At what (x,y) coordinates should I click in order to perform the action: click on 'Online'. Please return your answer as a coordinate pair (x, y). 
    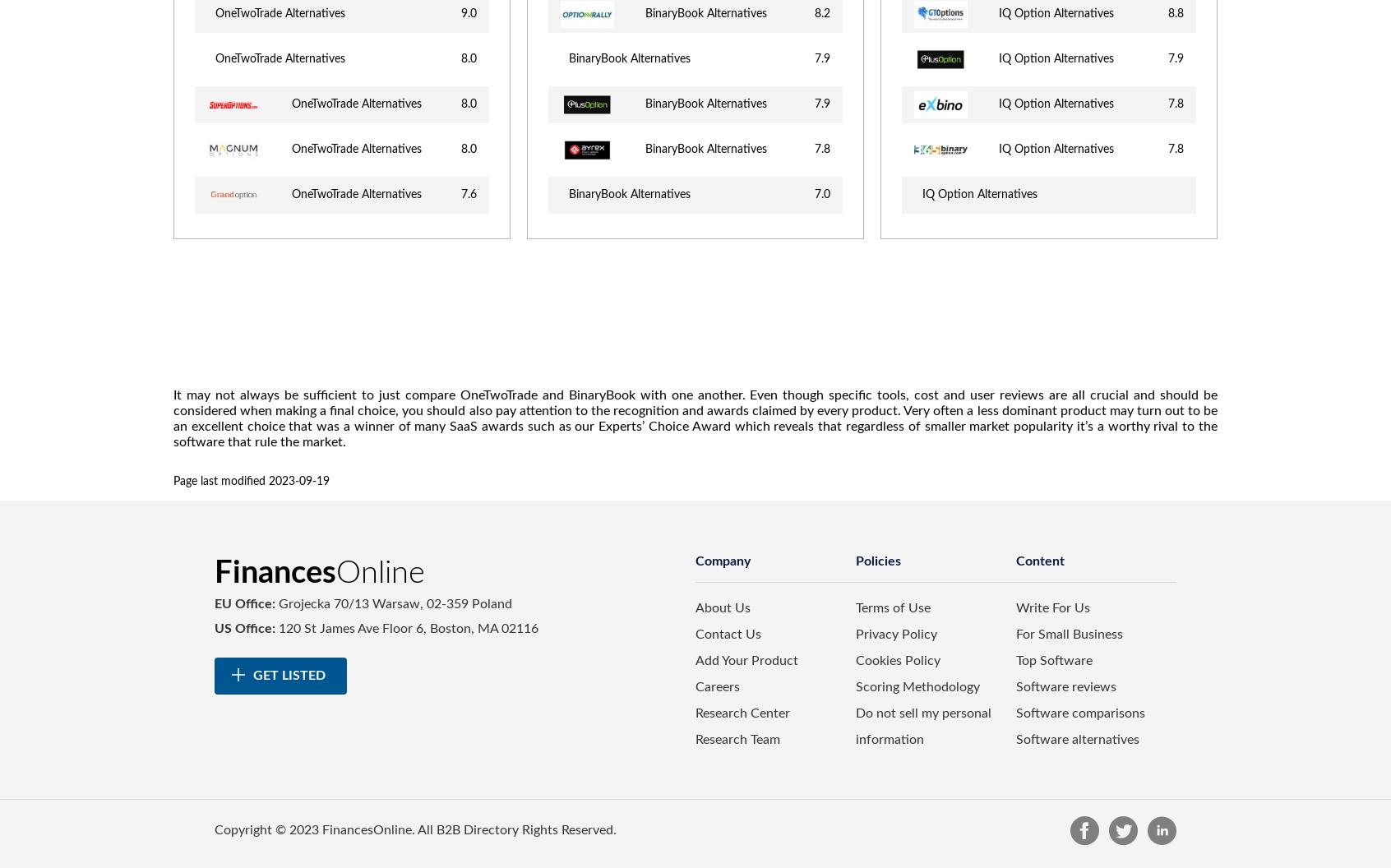
    Looking at the image, I should click on (379, 572).